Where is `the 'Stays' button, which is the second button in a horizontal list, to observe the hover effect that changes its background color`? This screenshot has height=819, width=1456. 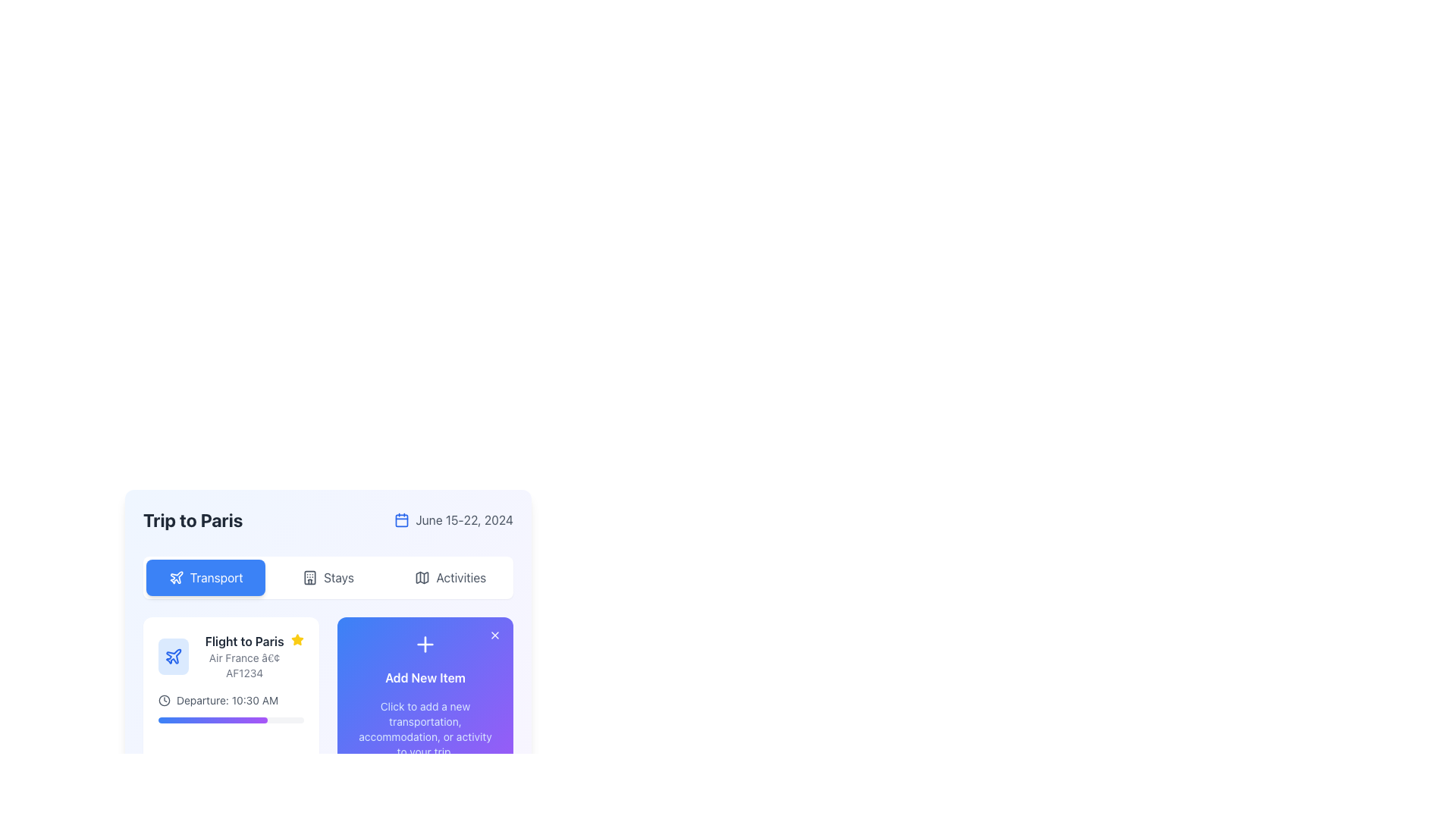 the 'Stays' button, which is the second button in a horizontal list, to observe the hover effect that changes its background color is located at coordinates (327, 578).